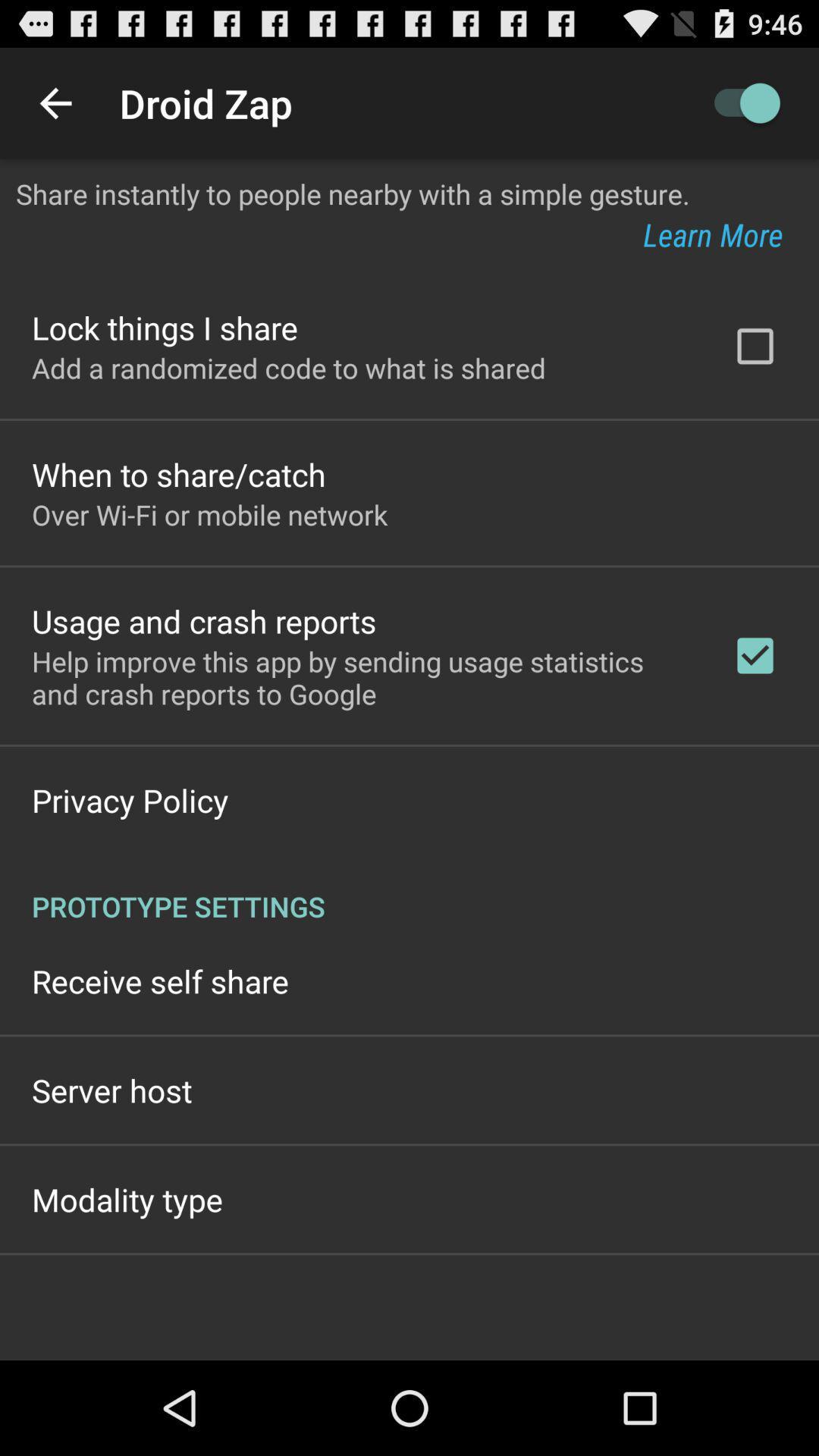  What do you see at coordinates (739, 102) in the screenshot?
I see `item next to the droid zap` at bounding box center [739, 102].